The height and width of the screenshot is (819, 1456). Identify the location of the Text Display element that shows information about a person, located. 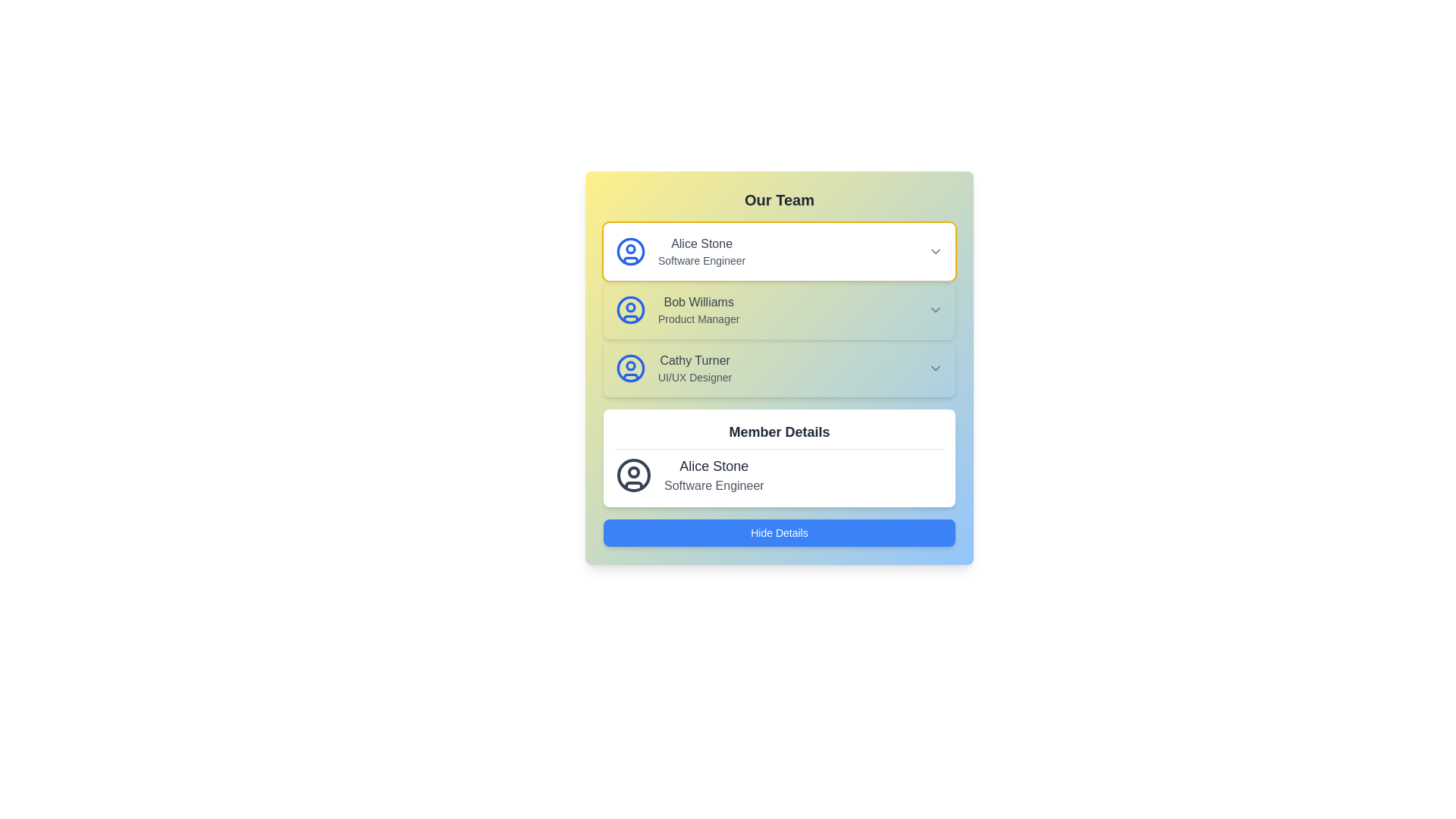
(713, 475).